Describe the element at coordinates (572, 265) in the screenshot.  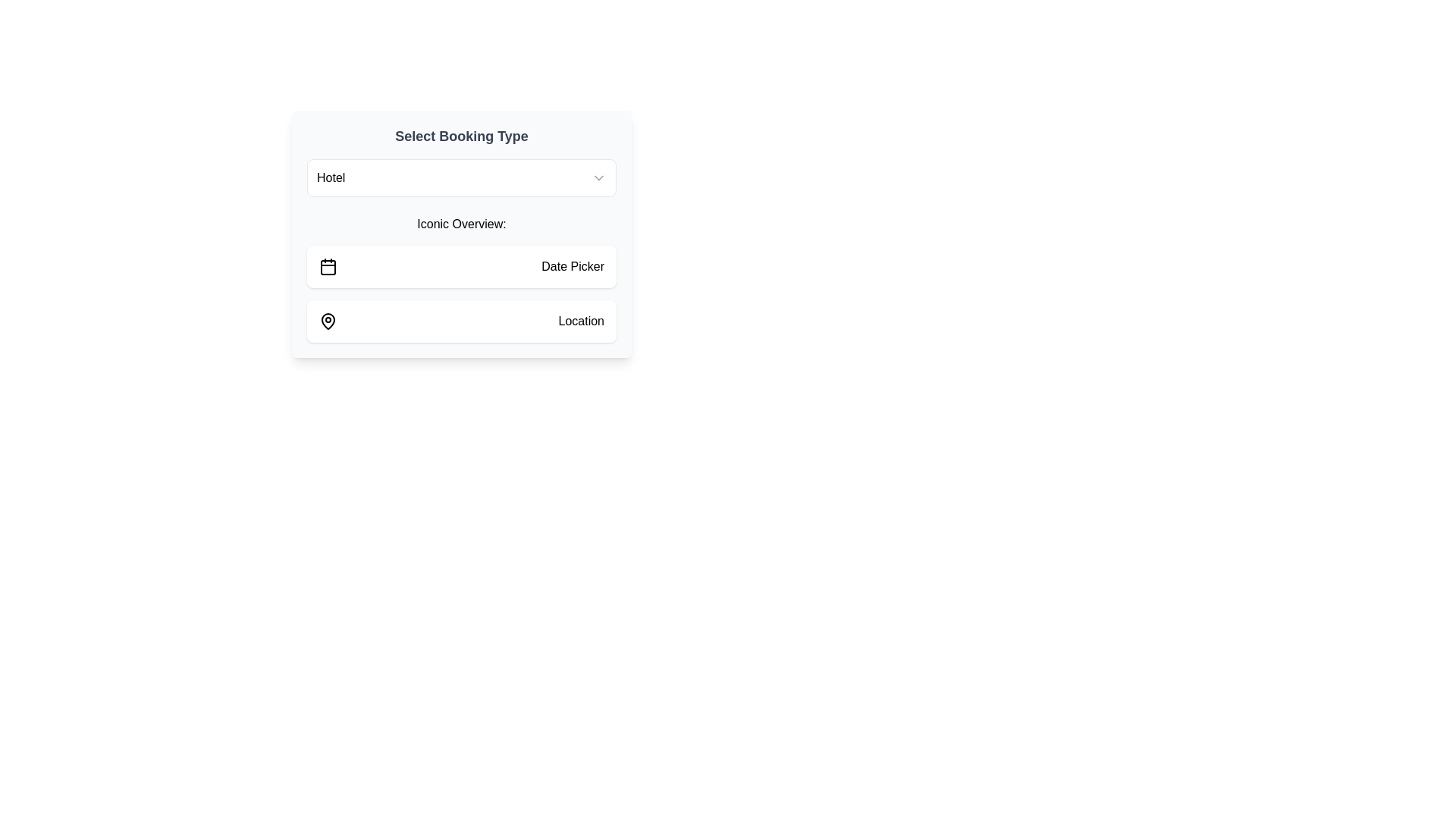
I see `the 'Date Picker' text label, which is styled in bold black font and aligned to the right within a white rectangular section` at that location.